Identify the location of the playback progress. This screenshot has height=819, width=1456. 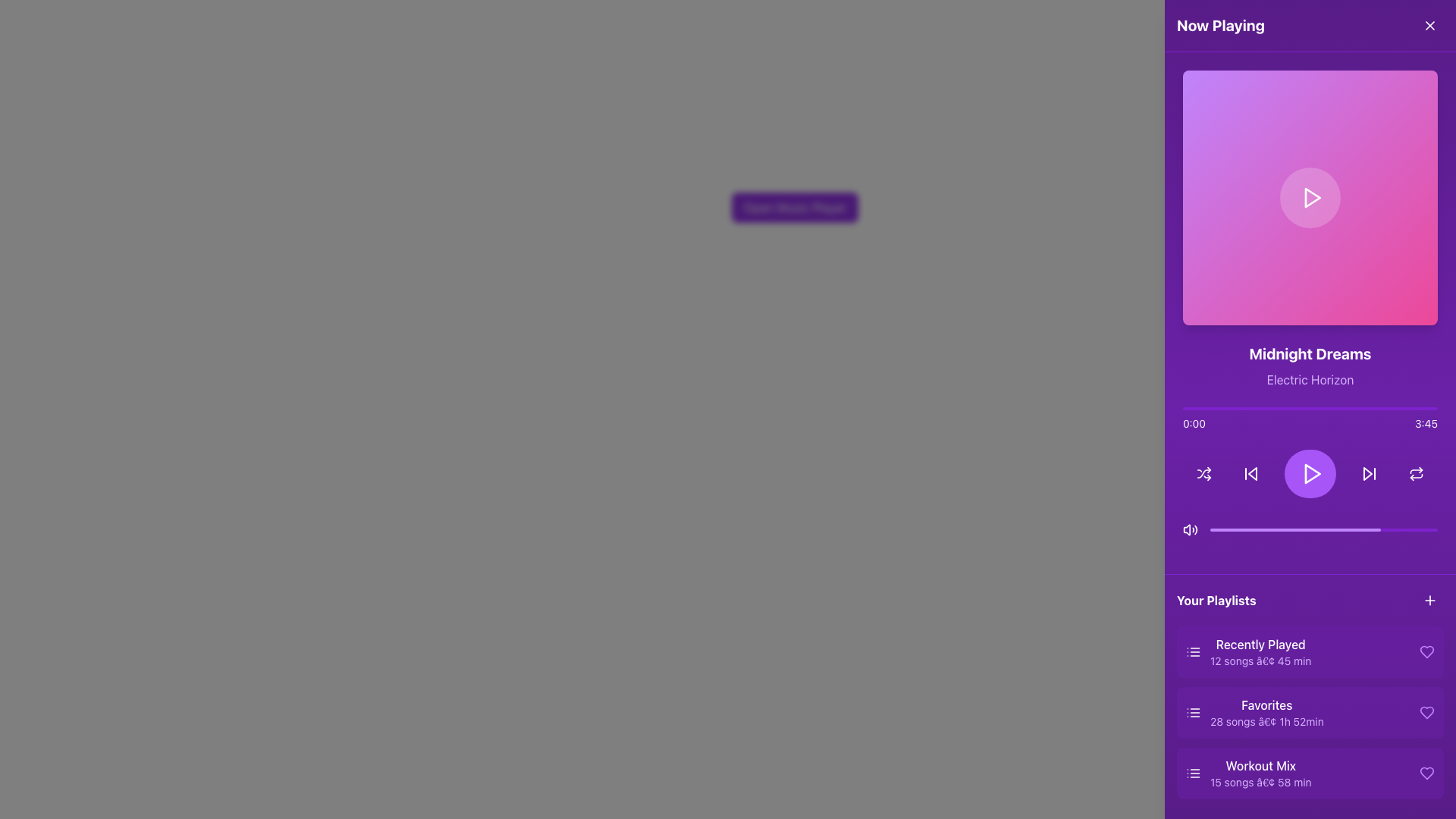
(1339, 529).